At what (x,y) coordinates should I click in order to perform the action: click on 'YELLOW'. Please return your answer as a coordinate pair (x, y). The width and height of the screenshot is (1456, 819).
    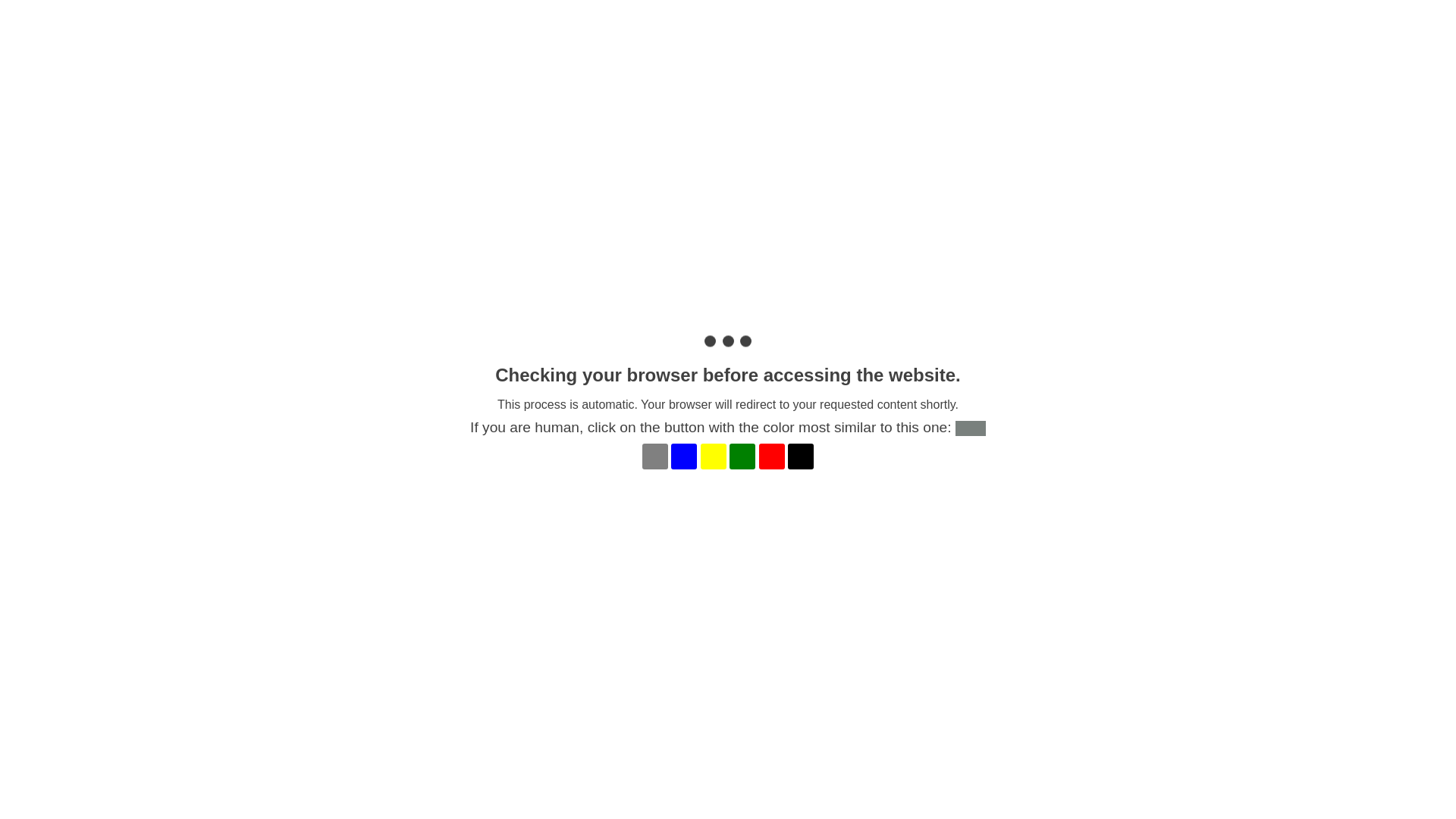
    Looking at the image, I should click on (712, 455).